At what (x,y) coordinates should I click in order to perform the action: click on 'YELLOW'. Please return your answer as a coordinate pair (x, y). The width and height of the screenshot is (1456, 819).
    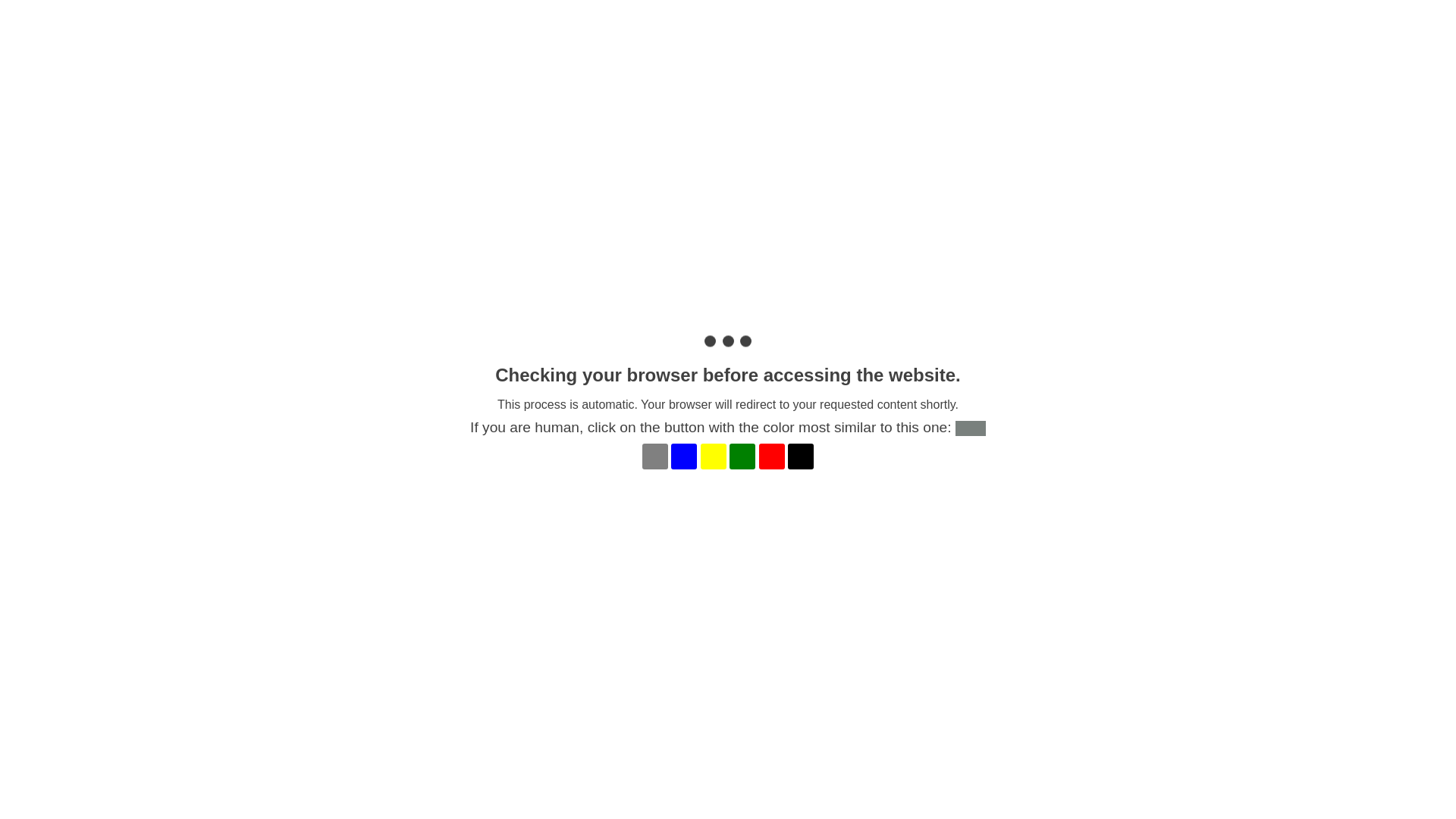
    Looking at the image, I should click on (712, 455).